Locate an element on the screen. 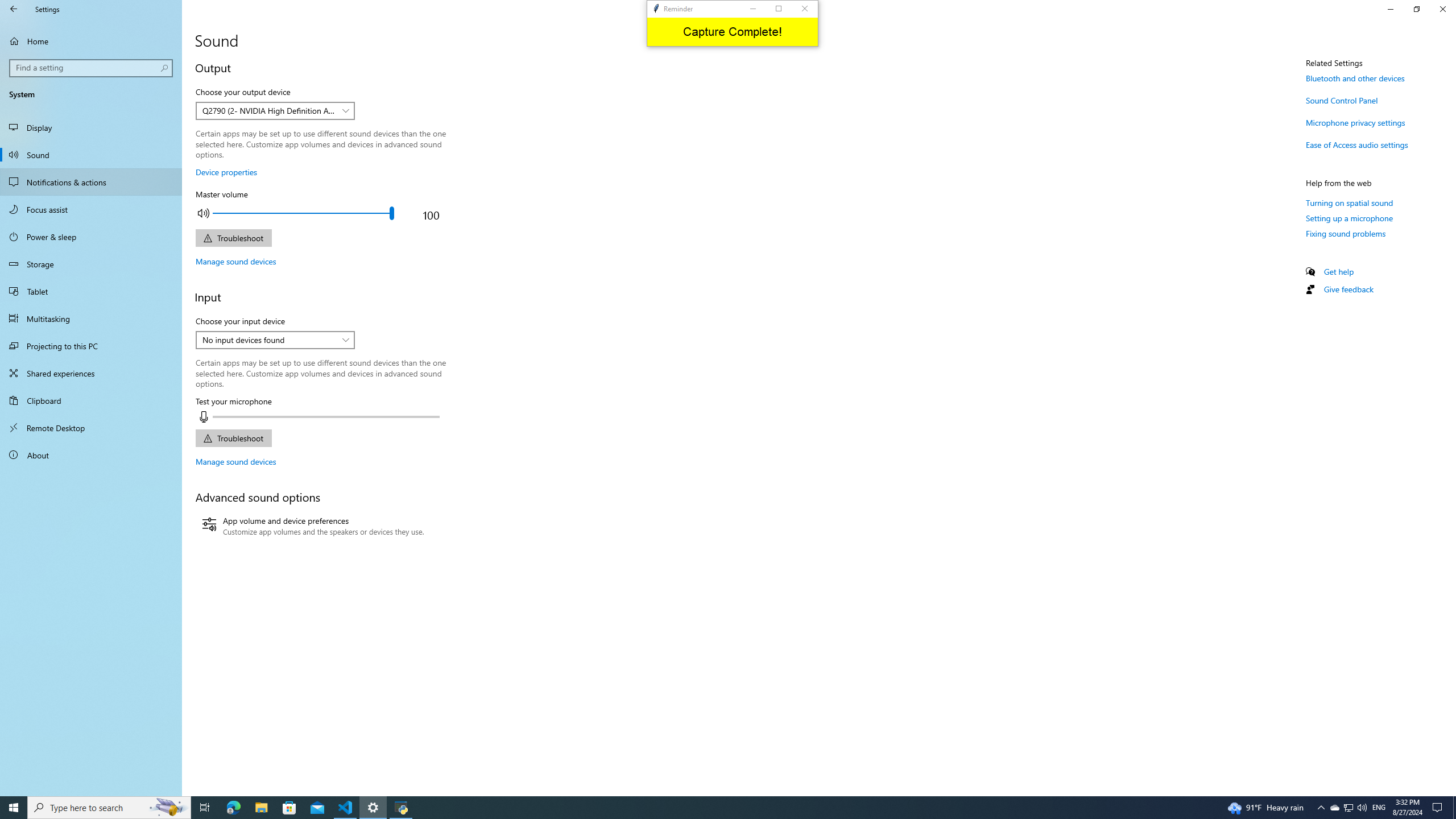 This screenshot has width=1456, height=819. 'Choose your output device' is located at coordinates (274, 111).